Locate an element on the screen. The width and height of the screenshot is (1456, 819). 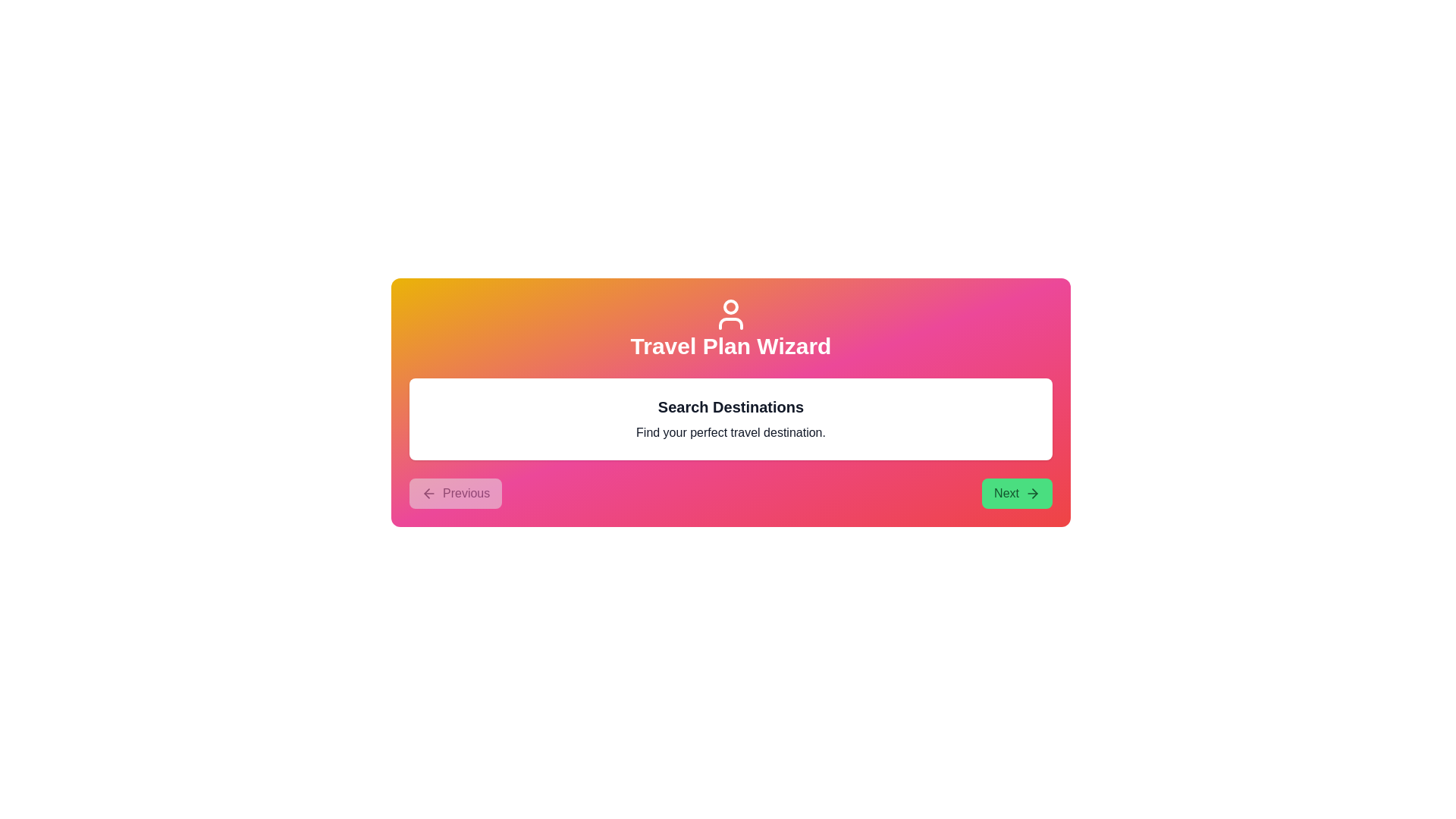
the 'Travel Plan Wizard' text header is located at coordinates (731, 327).